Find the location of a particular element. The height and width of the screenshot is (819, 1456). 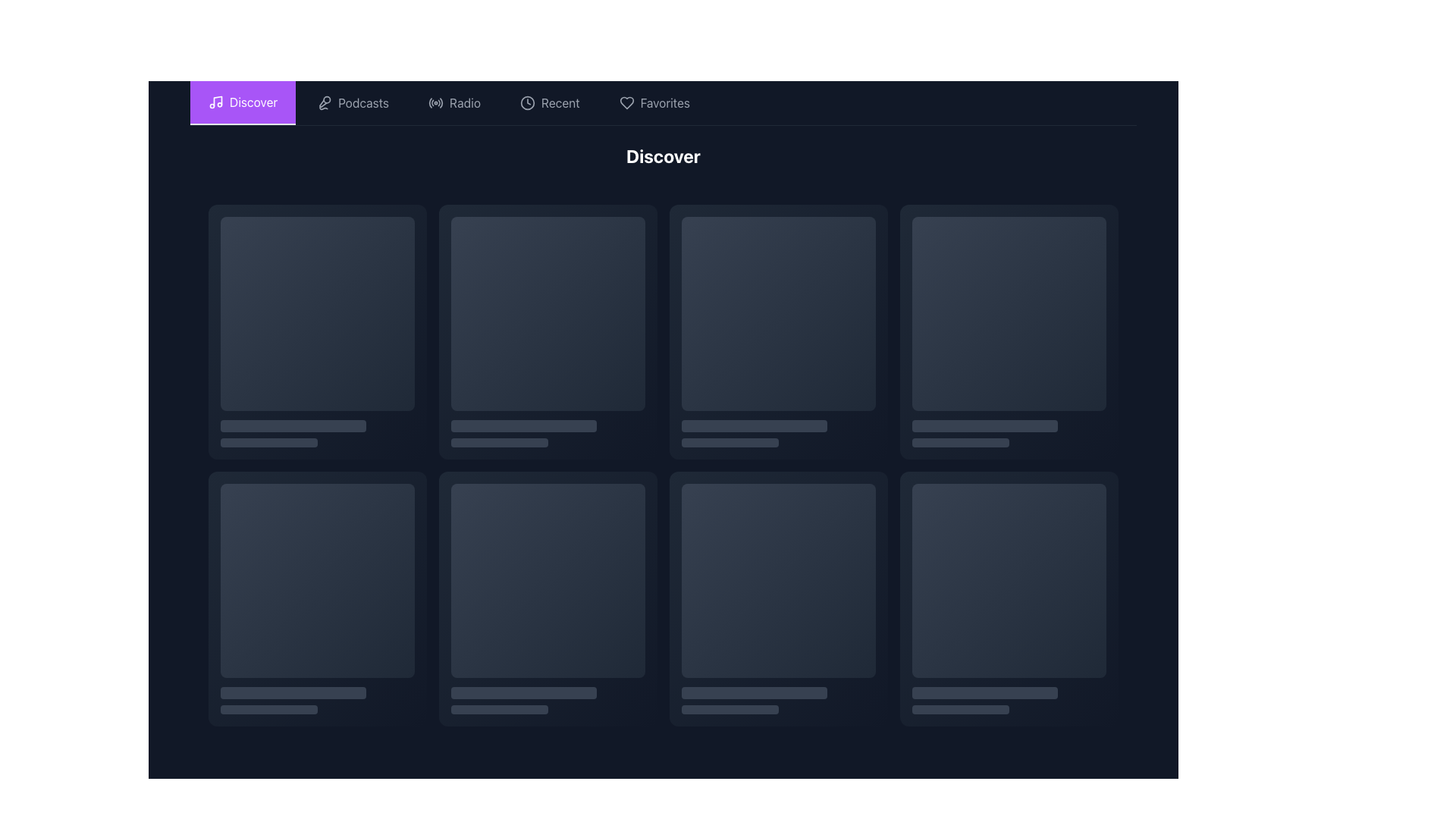

the Decorative bar located beneath a square area, characterized by its rectangular shape with rounded corners and solid gray fill is located at coordinates (524, 693).